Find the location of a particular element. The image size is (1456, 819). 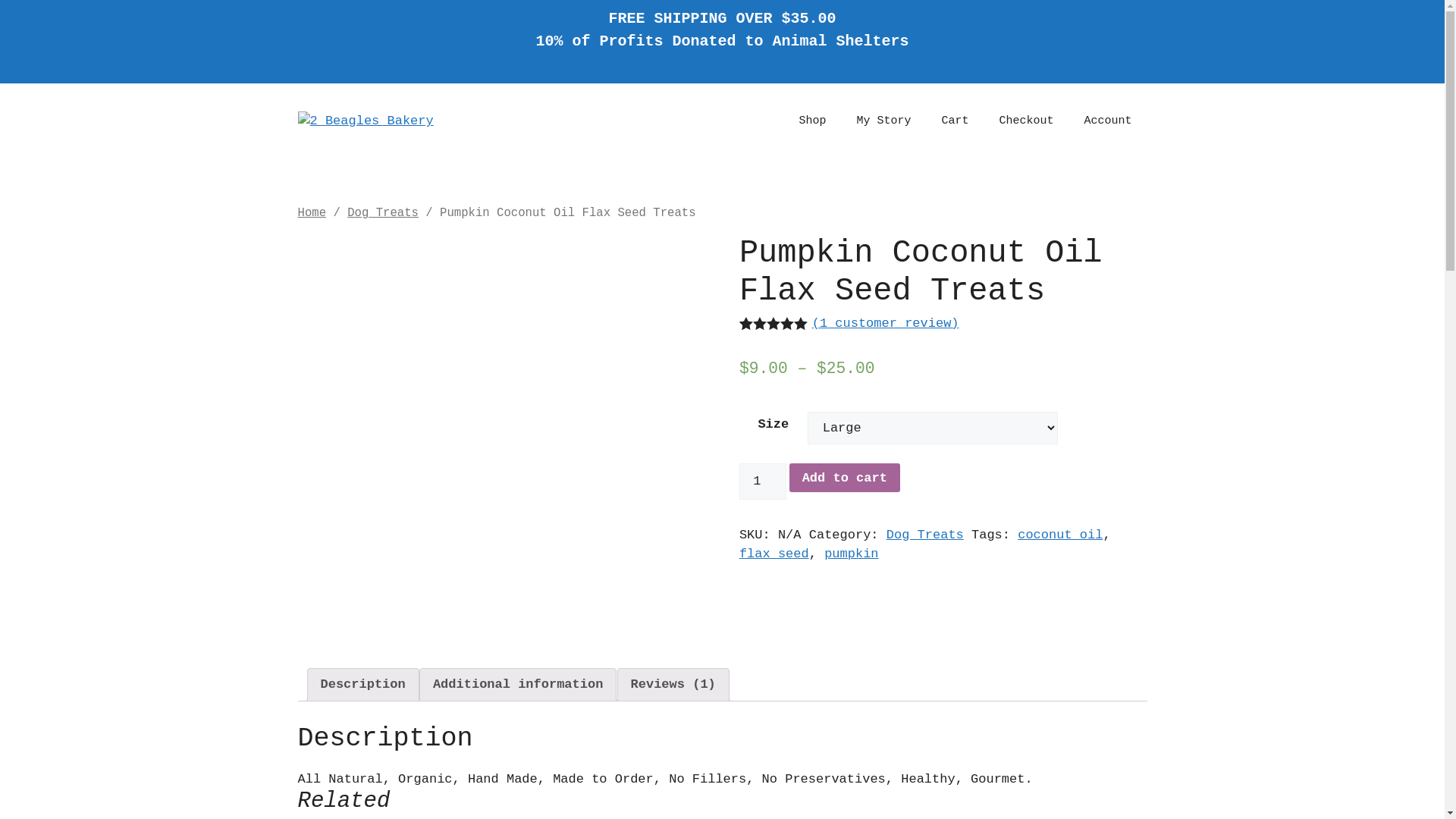

'pumpkin' is located at coordinates (851, 554).